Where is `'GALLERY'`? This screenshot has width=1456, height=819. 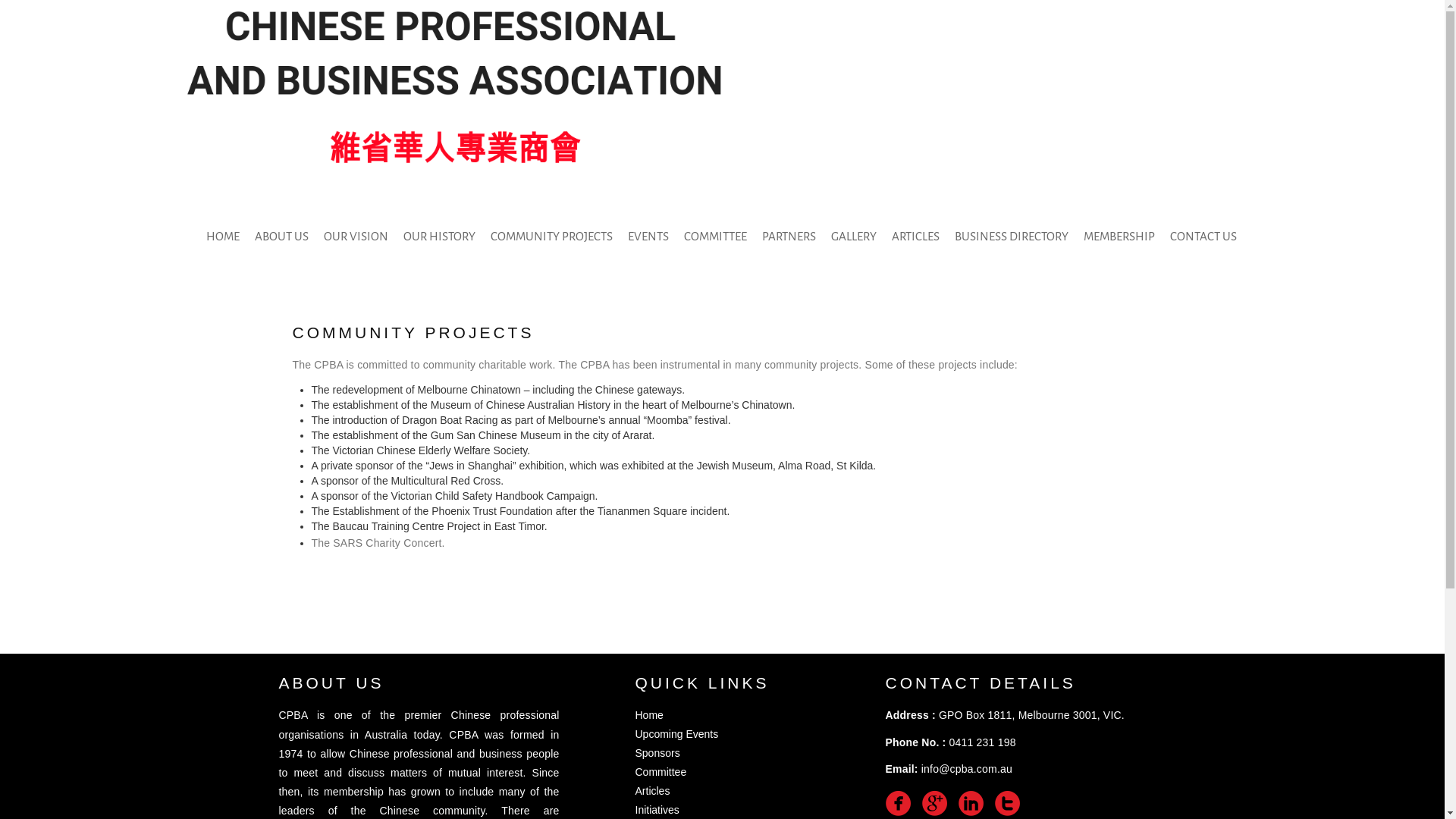
'GALLERY' is located at coordinates (822, 237).